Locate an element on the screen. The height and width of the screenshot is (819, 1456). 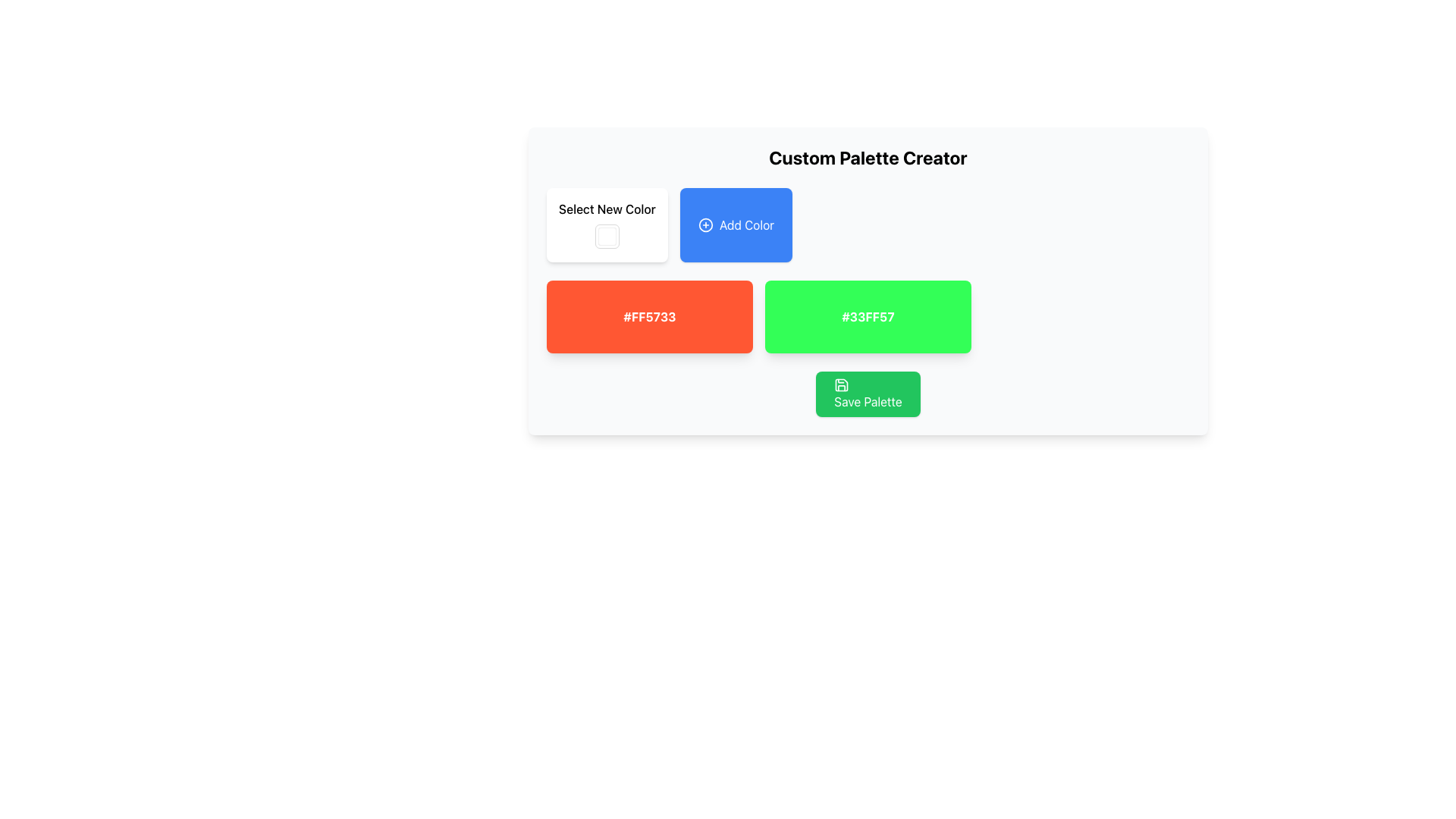
the Color display block with the green background and white text '#33FF57' is located at coordinates (868, 281).